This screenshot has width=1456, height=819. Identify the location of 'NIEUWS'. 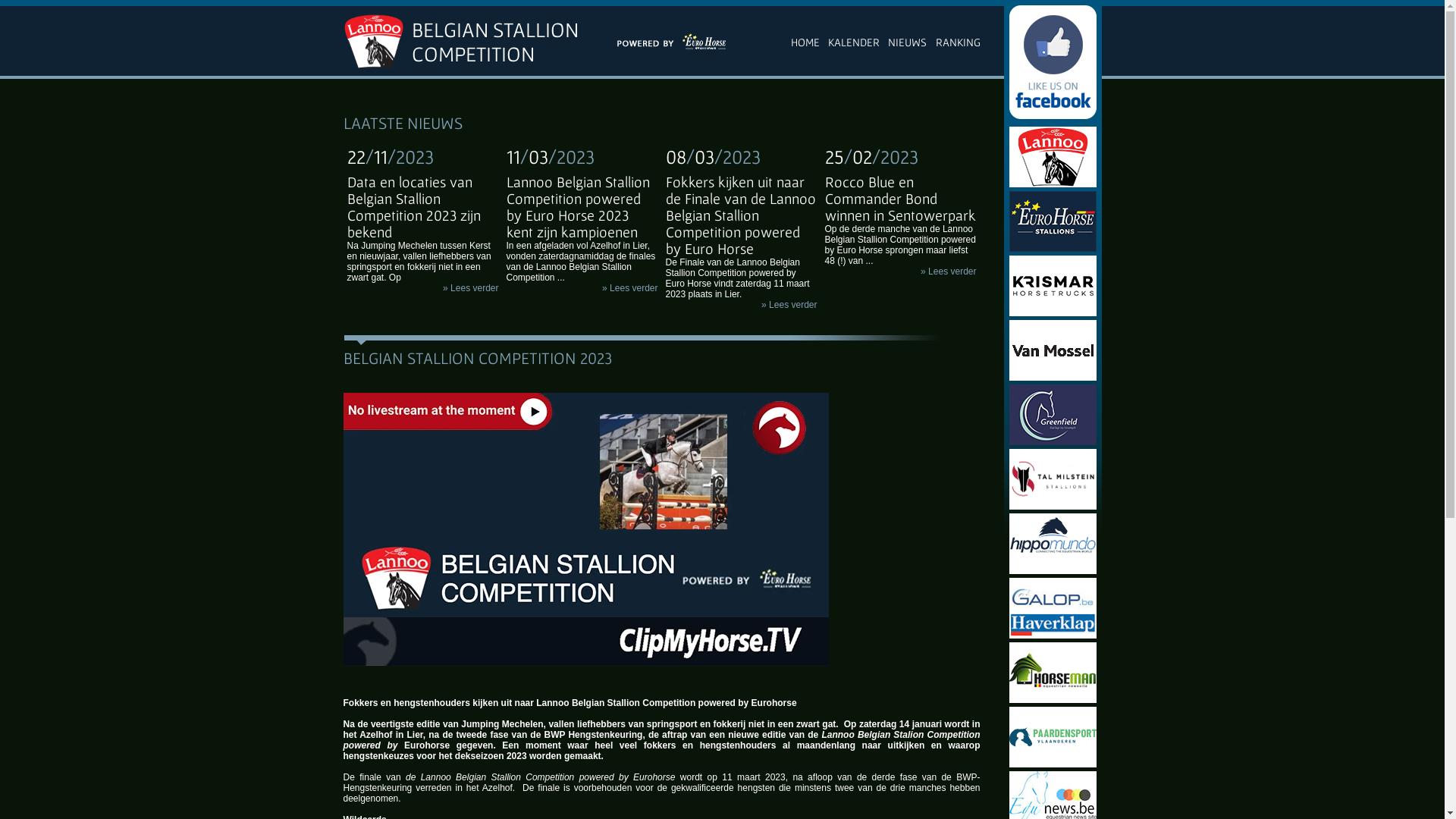
(888, 40).